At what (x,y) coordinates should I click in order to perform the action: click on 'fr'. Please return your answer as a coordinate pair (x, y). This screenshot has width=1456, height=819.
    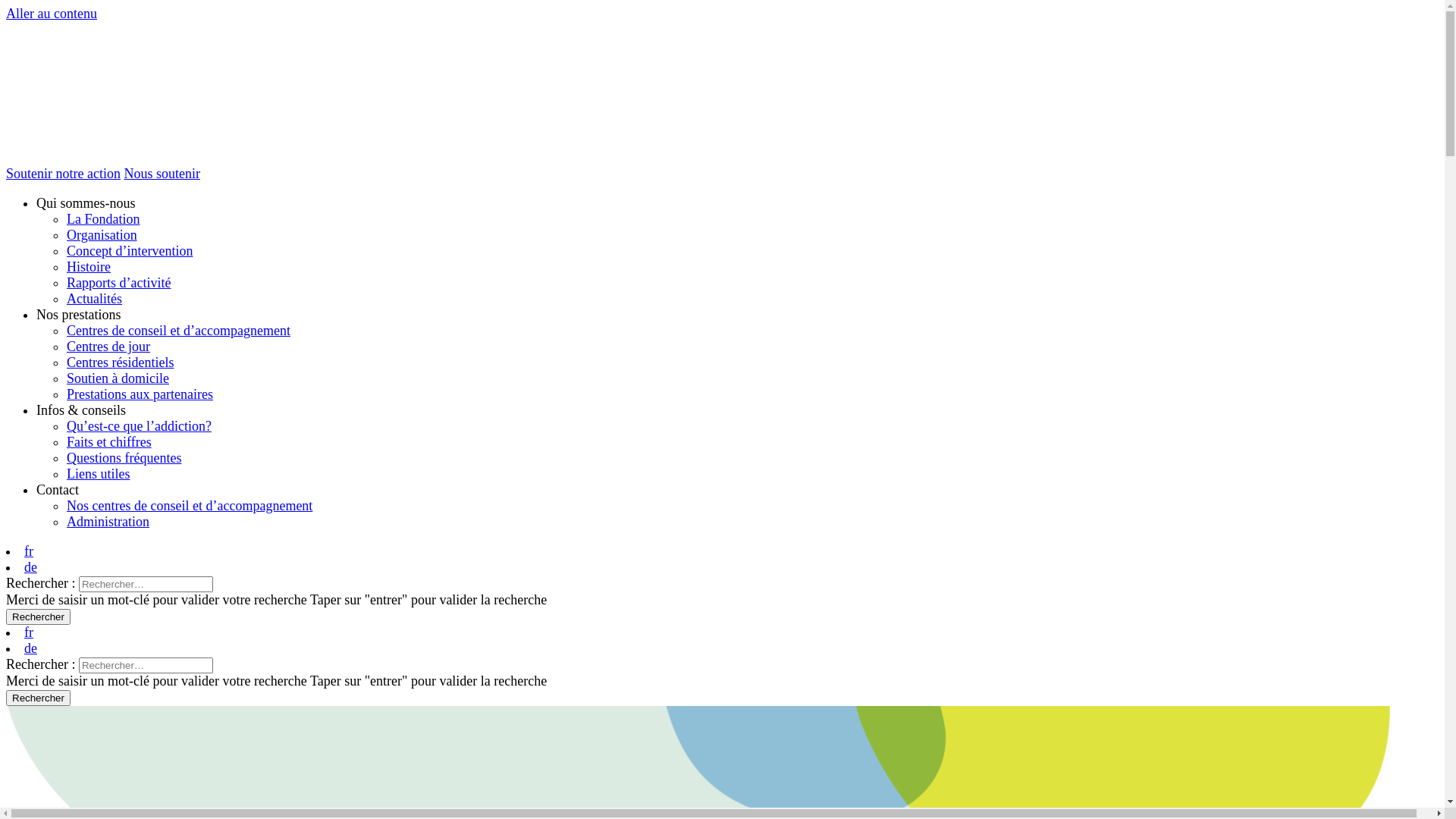
    Looking at the image, I should click on (29, 632).